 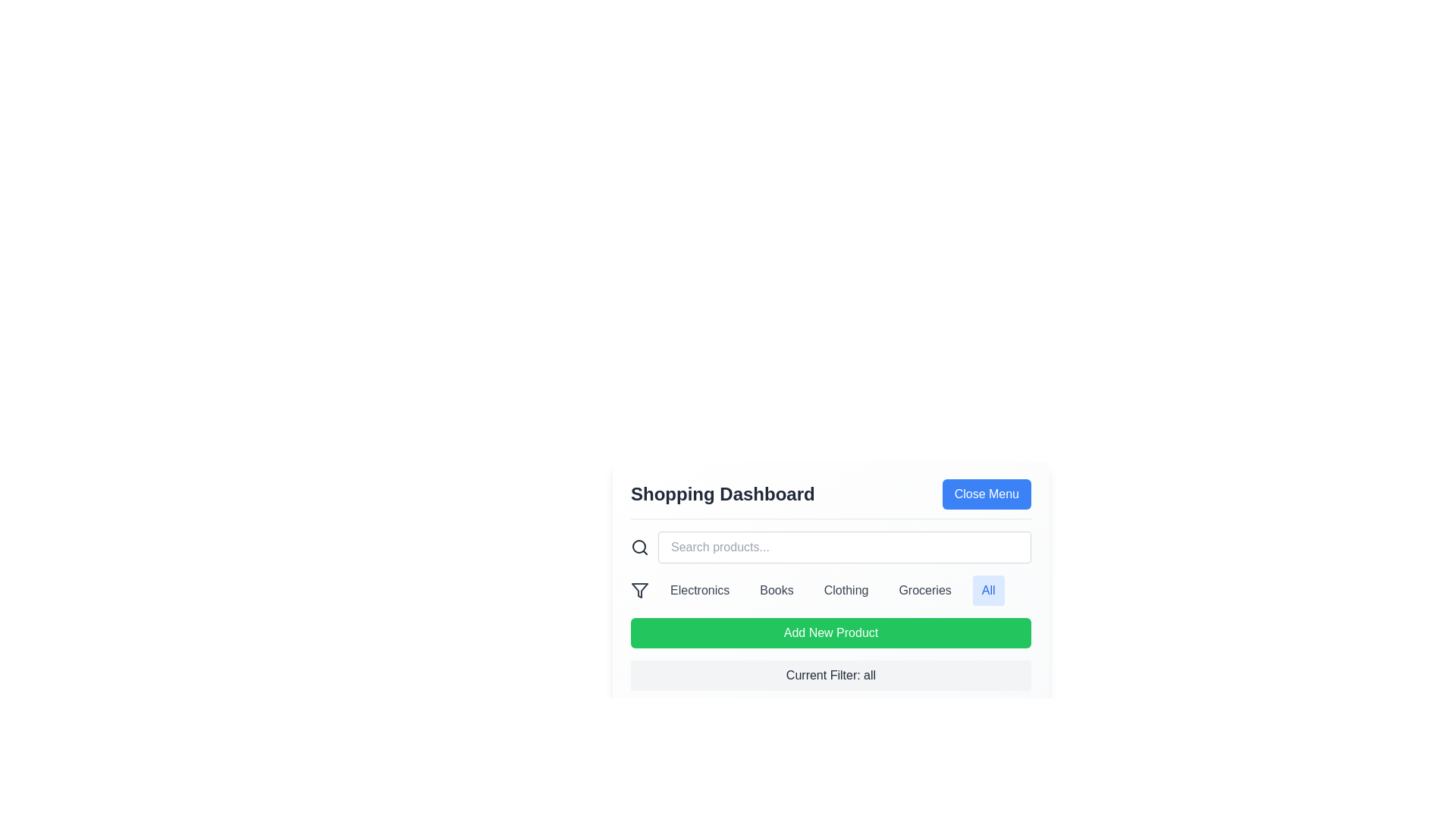 What do you see at coordinates (722, 494) in the screenshot?
I see `the 'Shopping Dashboard' text label which is displayed in bold, dark gray text on a light background, located to the left of the 'Close Menu' button` at bounding box center [722, 494].